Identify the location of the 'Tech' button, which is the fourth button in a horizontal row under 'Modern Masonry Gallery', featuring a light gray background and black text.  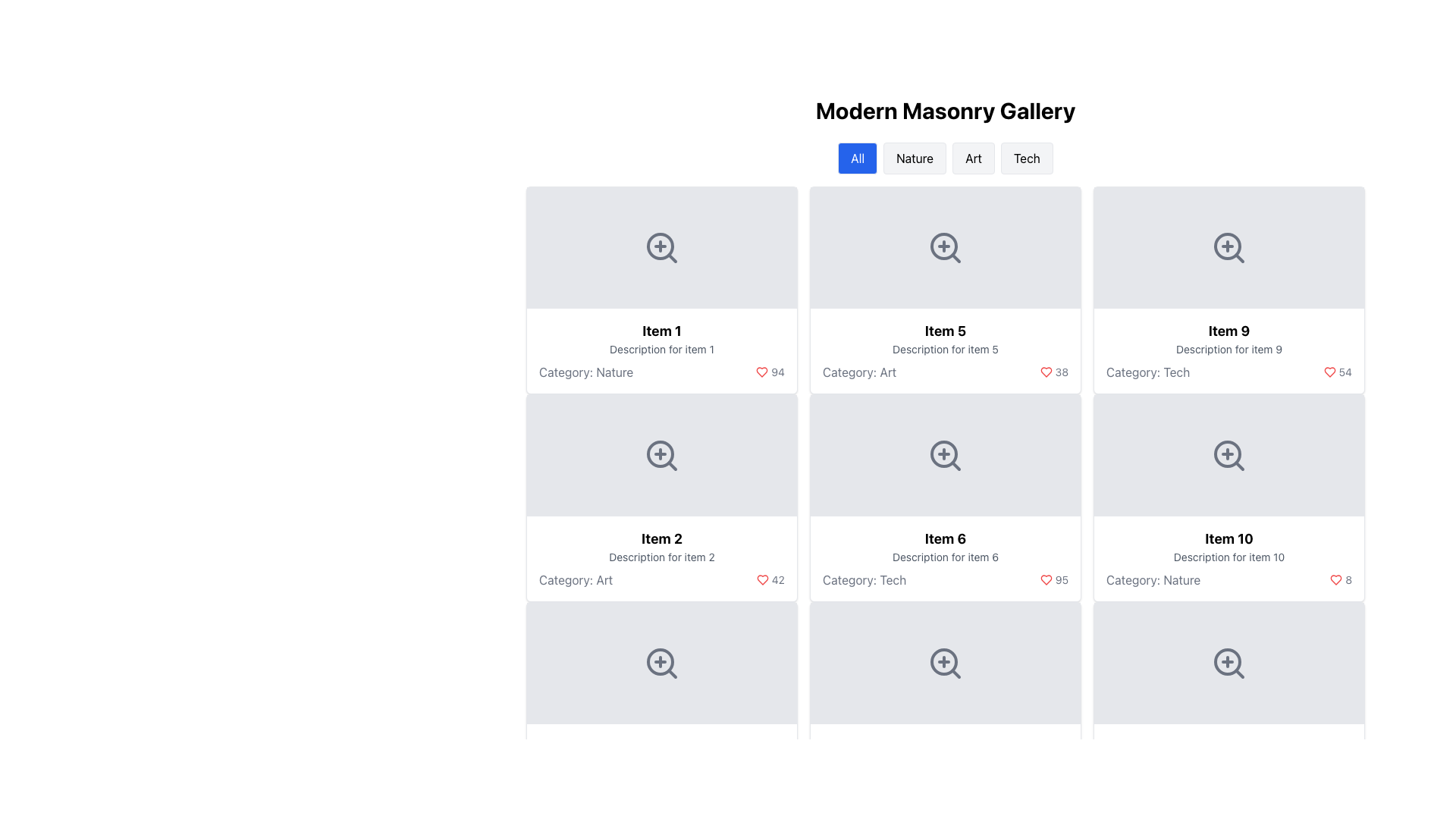
(1027, 158).